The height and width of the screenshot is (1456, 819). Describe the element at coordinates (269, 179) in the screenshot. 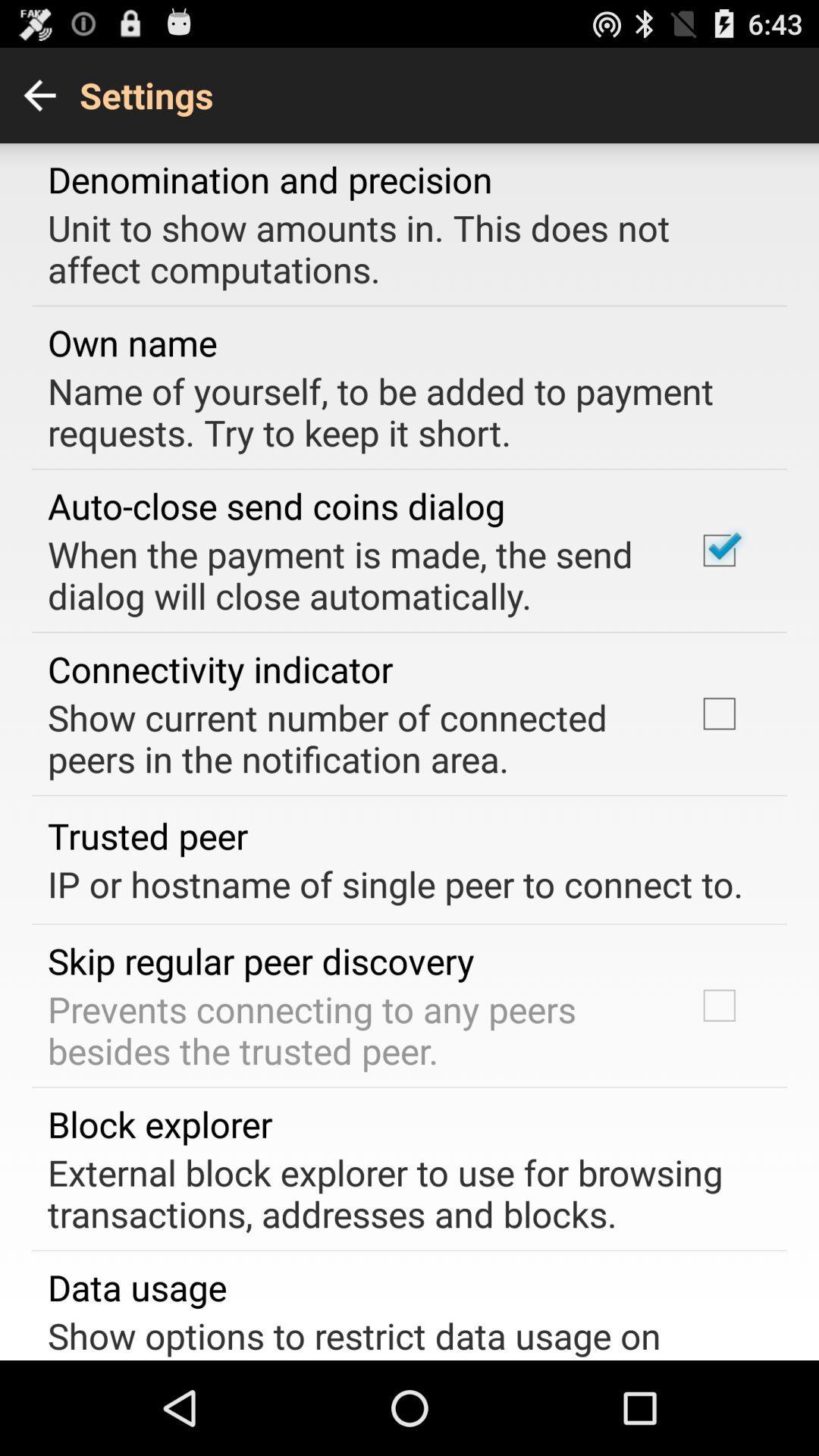

I see `the denomination and precision` at that location.